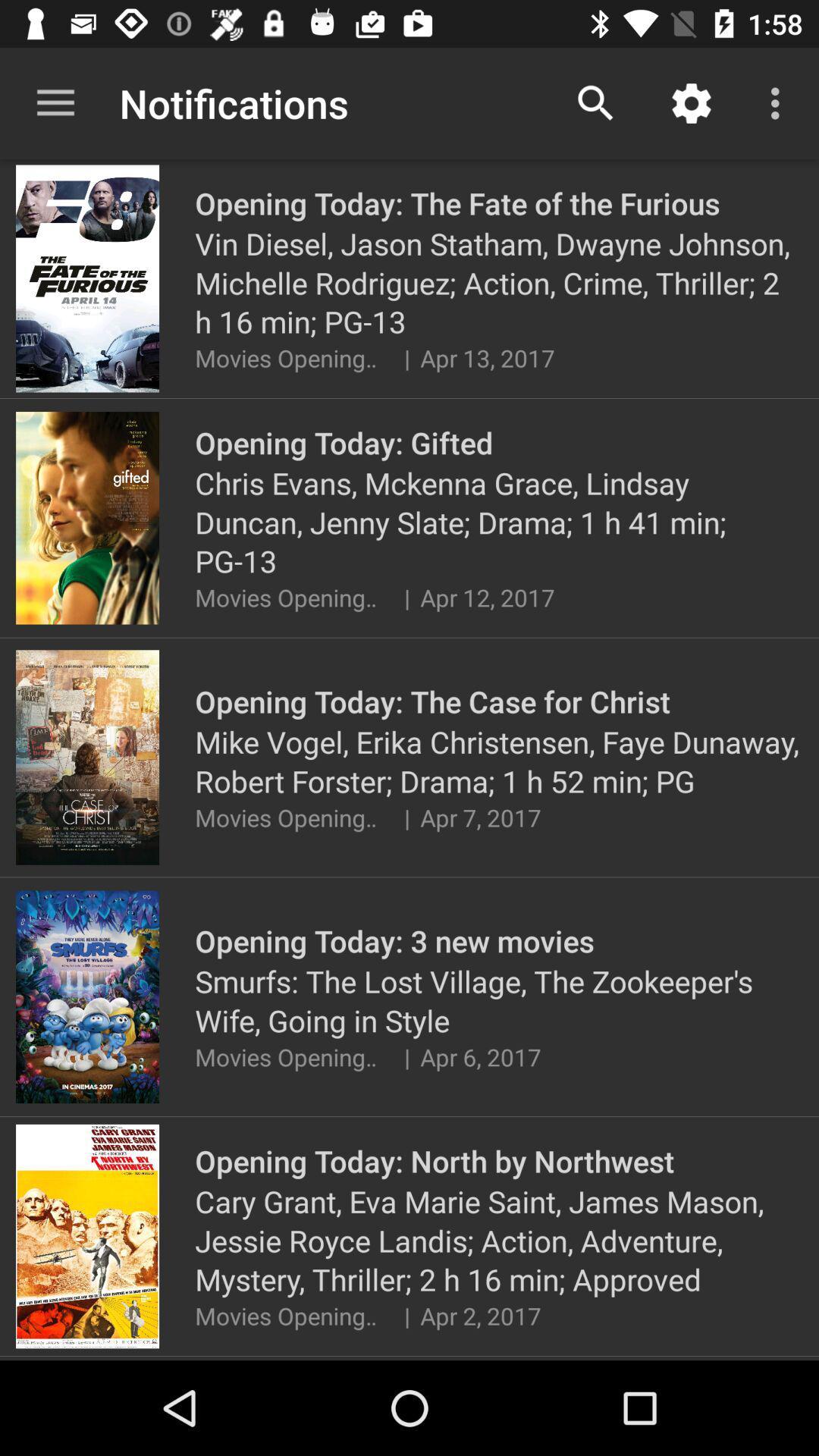  I want to click on icon next to movies opening today item, so click(406, 357).